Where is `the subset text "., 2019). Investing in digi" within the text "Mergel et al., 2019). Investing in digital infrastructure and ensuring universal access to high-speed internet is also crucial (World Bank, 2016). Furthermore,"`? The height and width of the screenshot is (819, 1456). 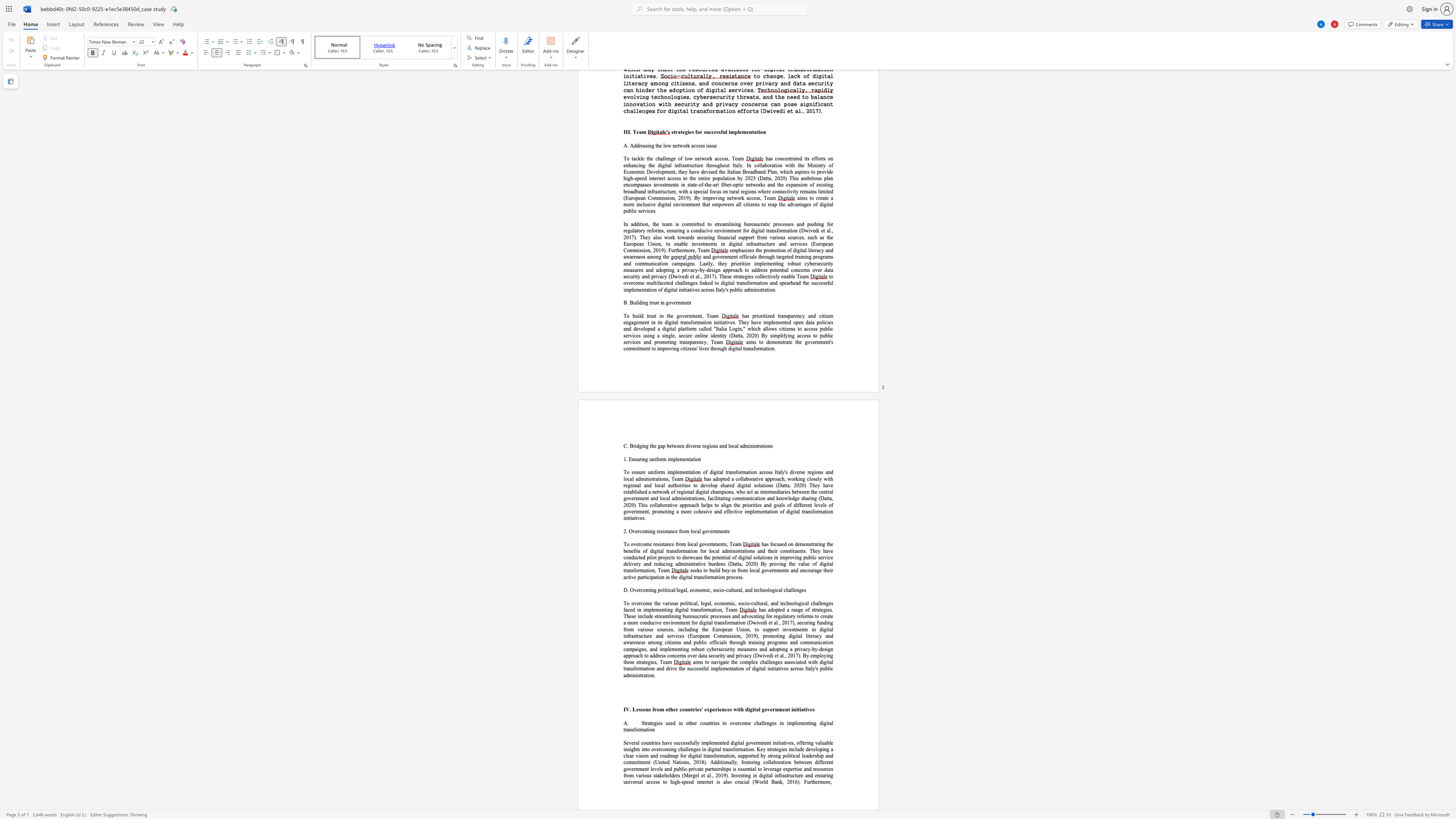 the subset text "., 2019). Investing in digi" within the text "Mergel et al., 2019). Investing in digital infrastructure and ensuring universal access to high-speed internet is also crucial (World Bank, 2016). Furthermore," is located at coordinates (710, 775).